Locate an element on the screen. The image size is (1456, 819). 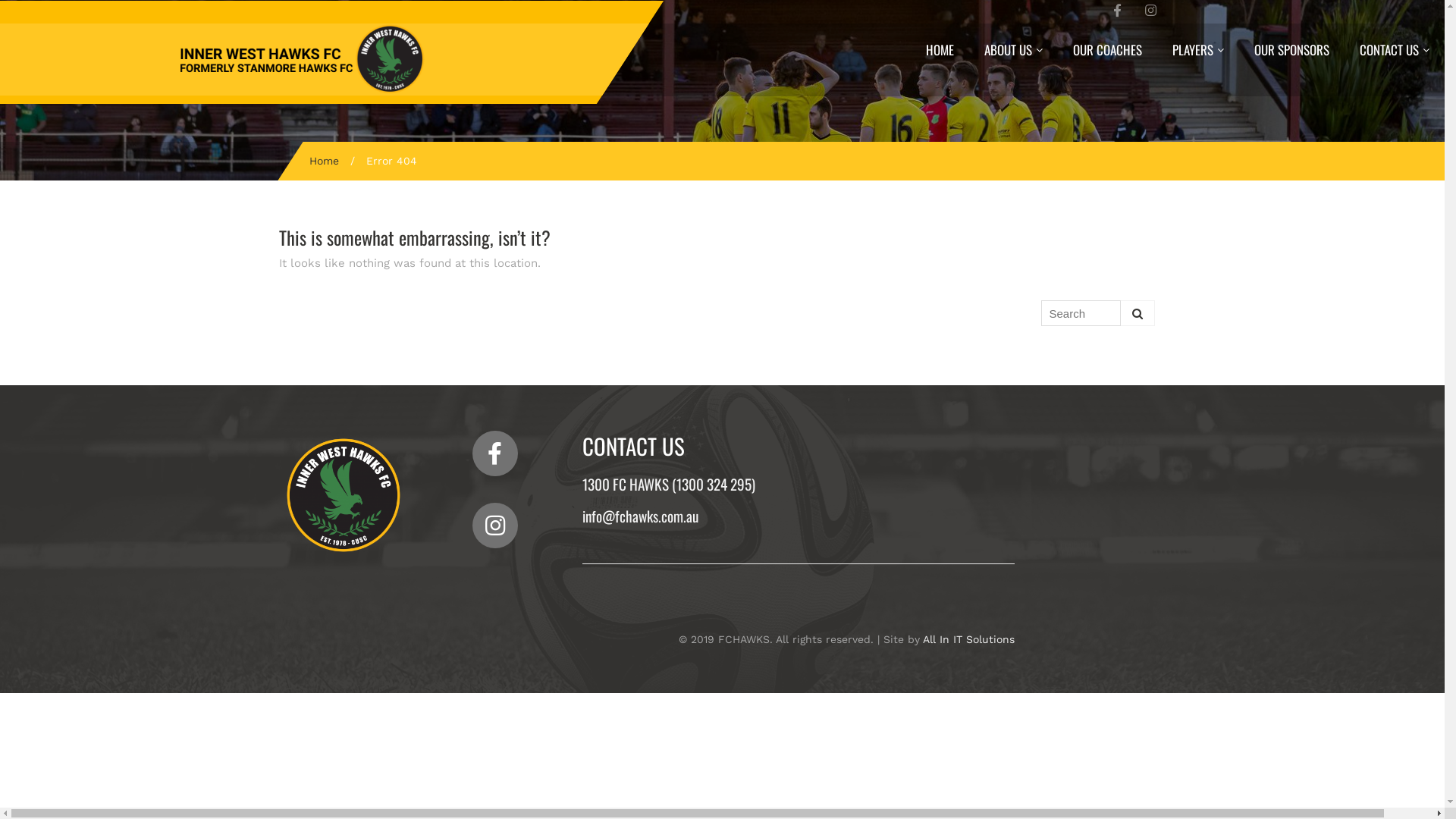
'Search' is located at coordinates (1137, 312).